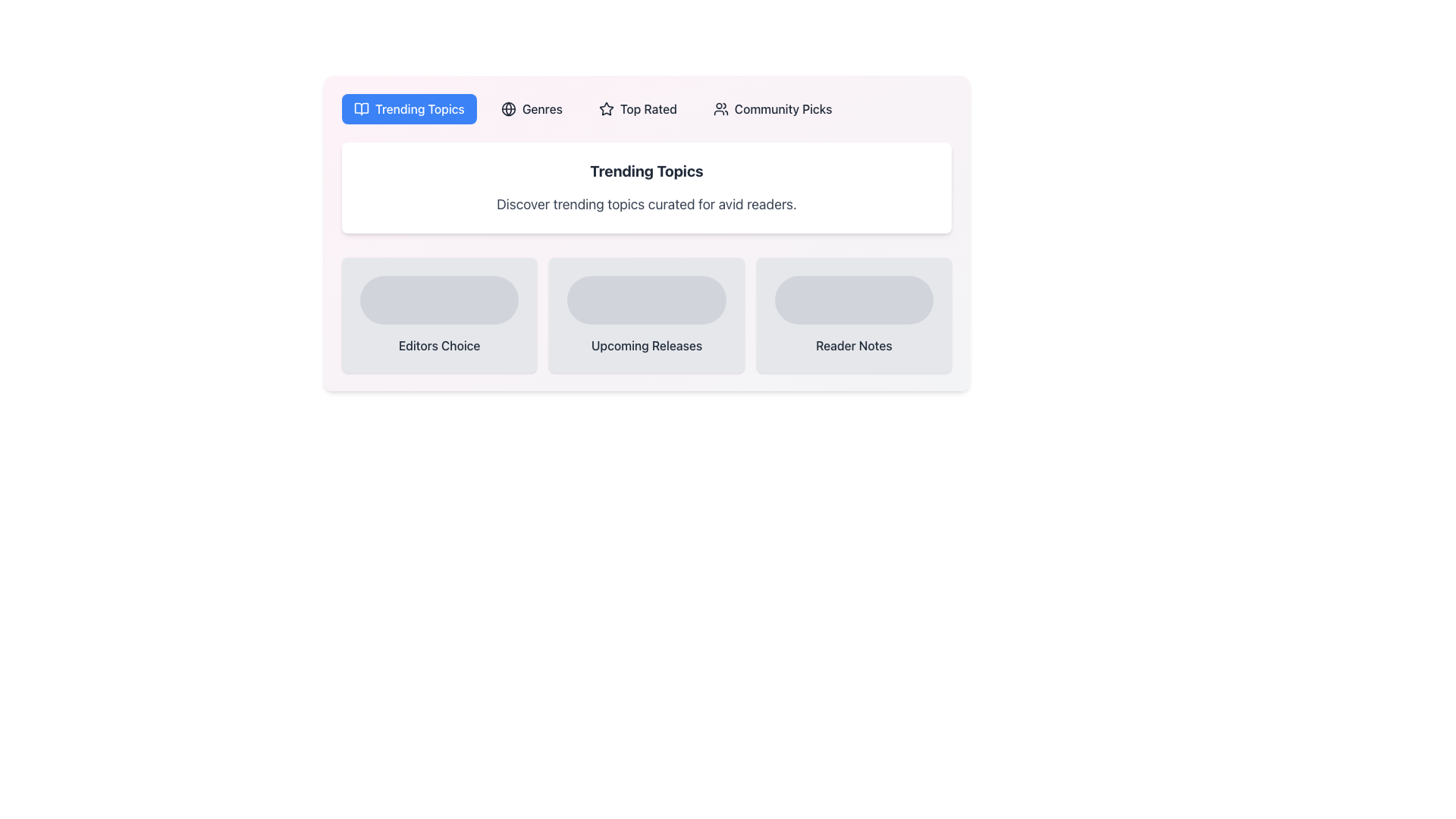 Image resolution: width=1456 pixels, height=819 pixels. Describe the element at coordinates (647, 205) in the screenshot. I see `the text display that reads 'Discover trending topics curated for avid readers.' which is centrally aligned below the heading 'Trending Topics'` at that location.